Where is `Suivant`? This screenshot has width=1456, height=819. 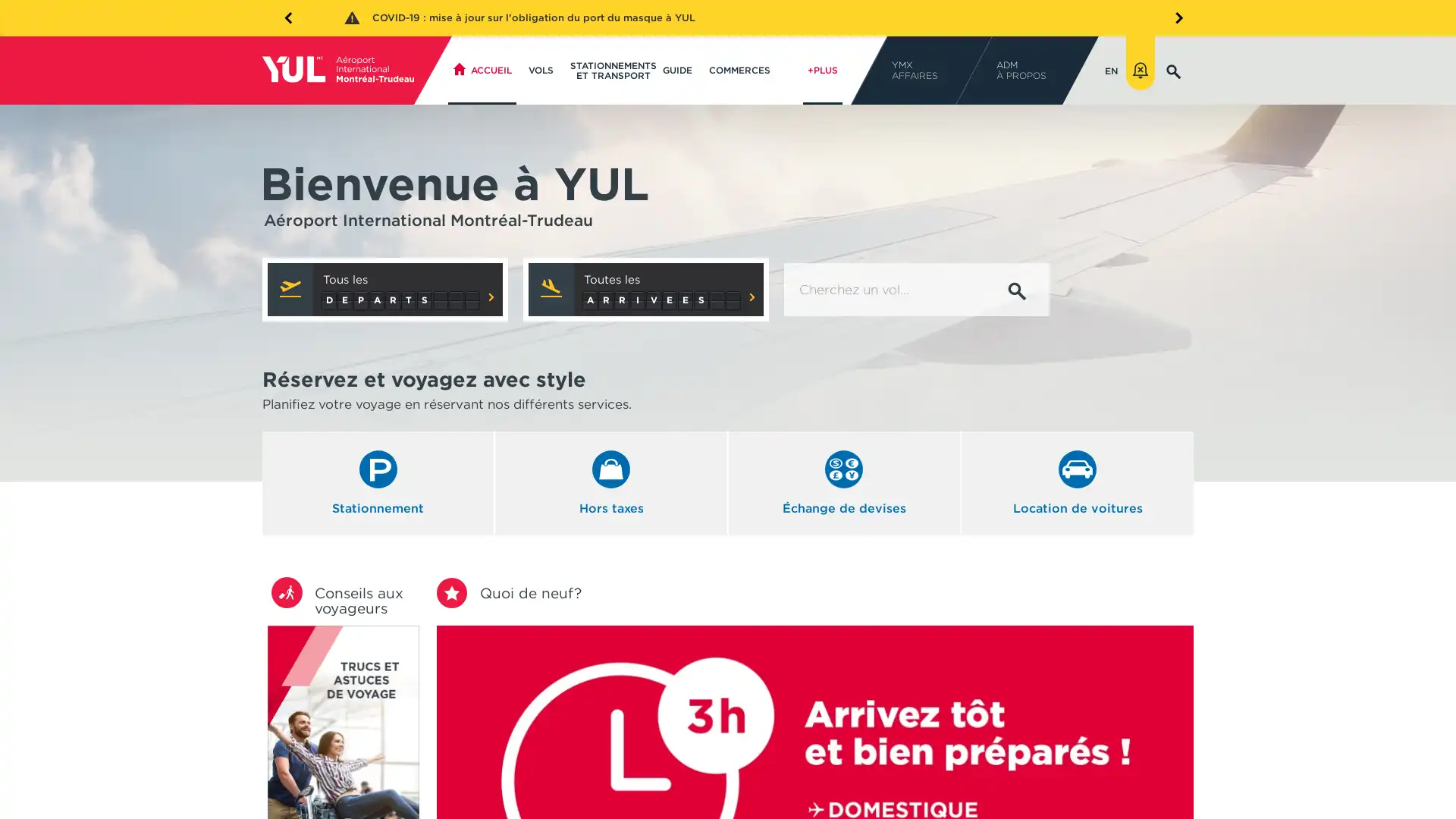
Suivant is located at coordinates (1174, 17).